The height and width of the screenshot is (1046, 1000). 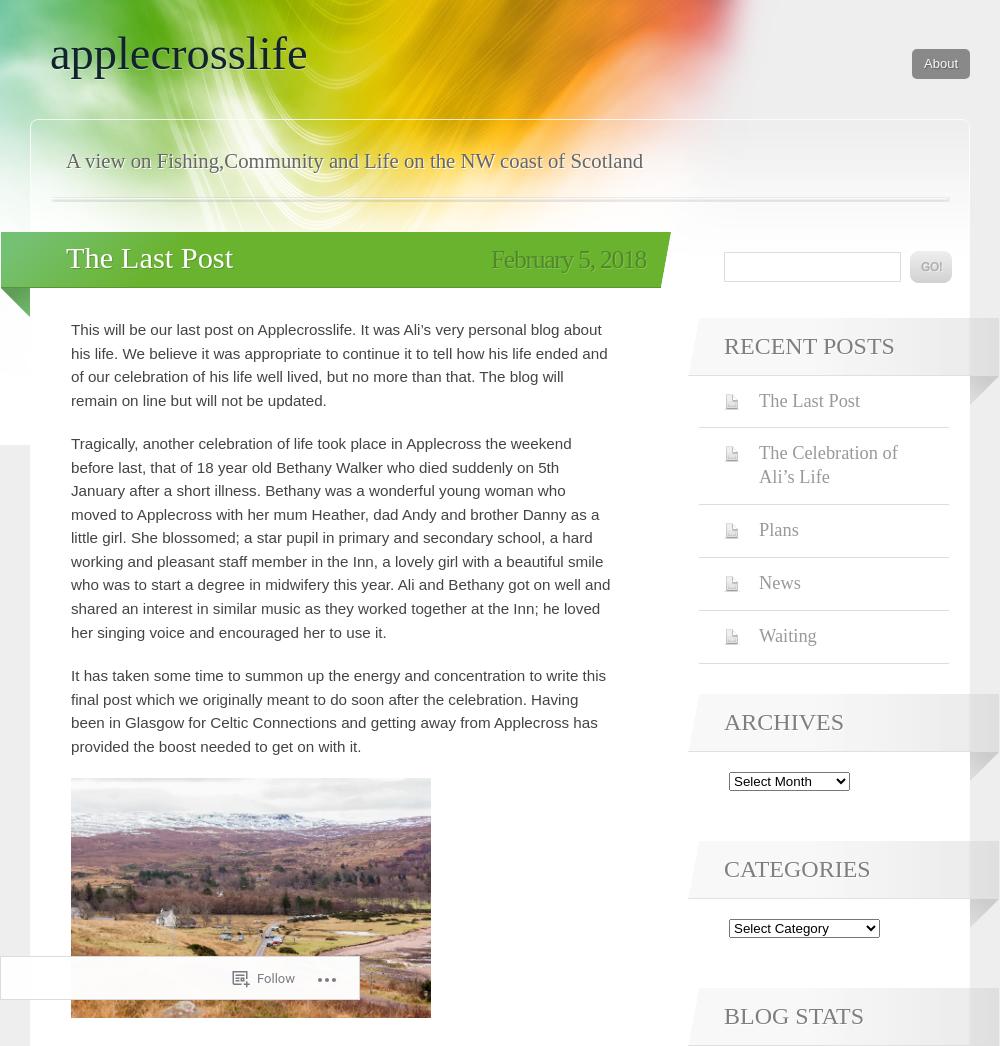 I want to click on 'Follow', so click(x=257, y=977).